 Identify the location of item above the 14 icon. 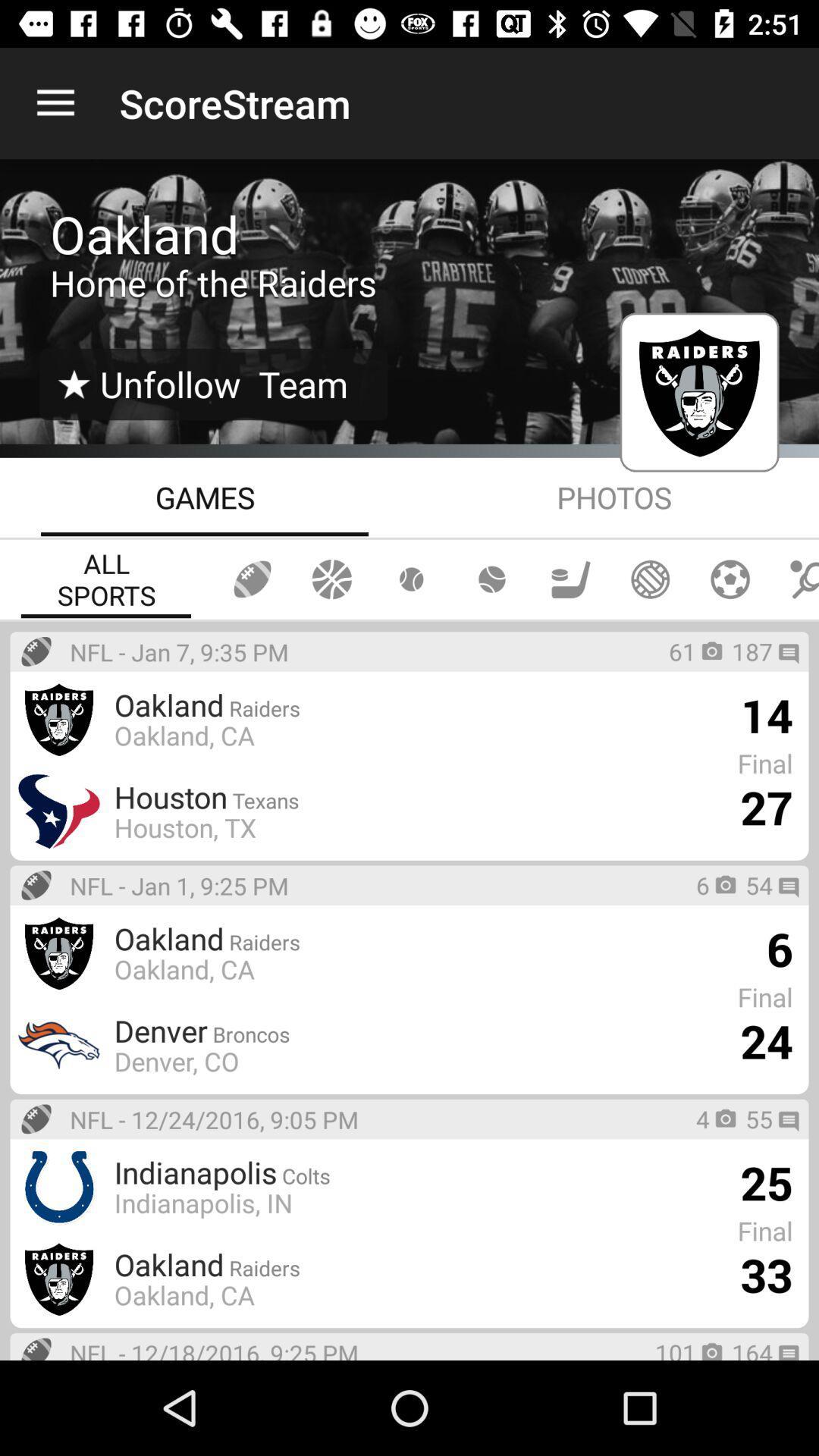
(752, 651).